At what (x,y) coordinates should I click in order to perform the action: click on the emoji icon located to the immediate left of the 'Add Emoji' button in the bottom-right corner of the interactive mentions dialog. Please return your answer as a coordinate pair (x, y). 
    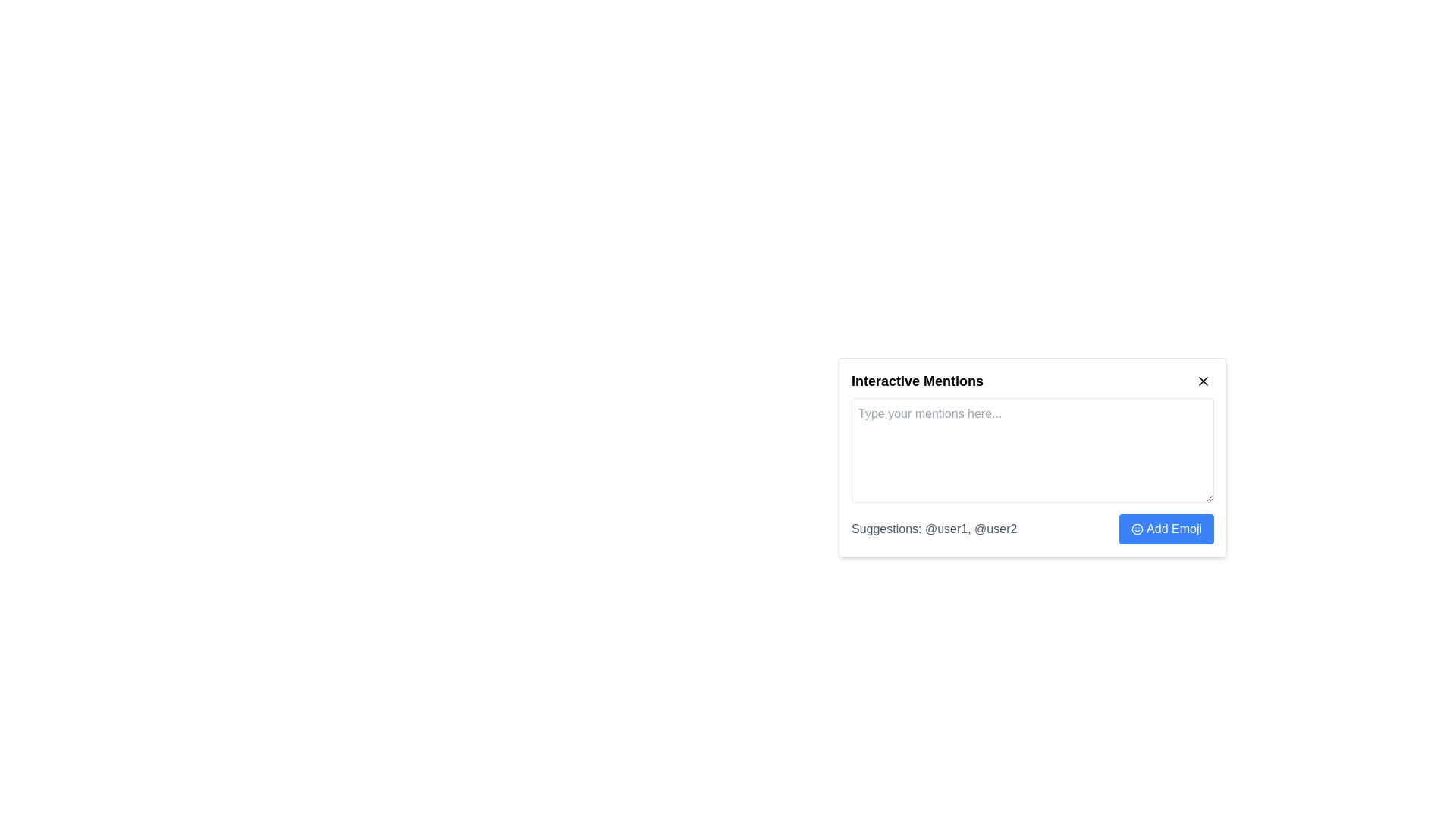
    Looking at the image, I should click on (1137, 529).